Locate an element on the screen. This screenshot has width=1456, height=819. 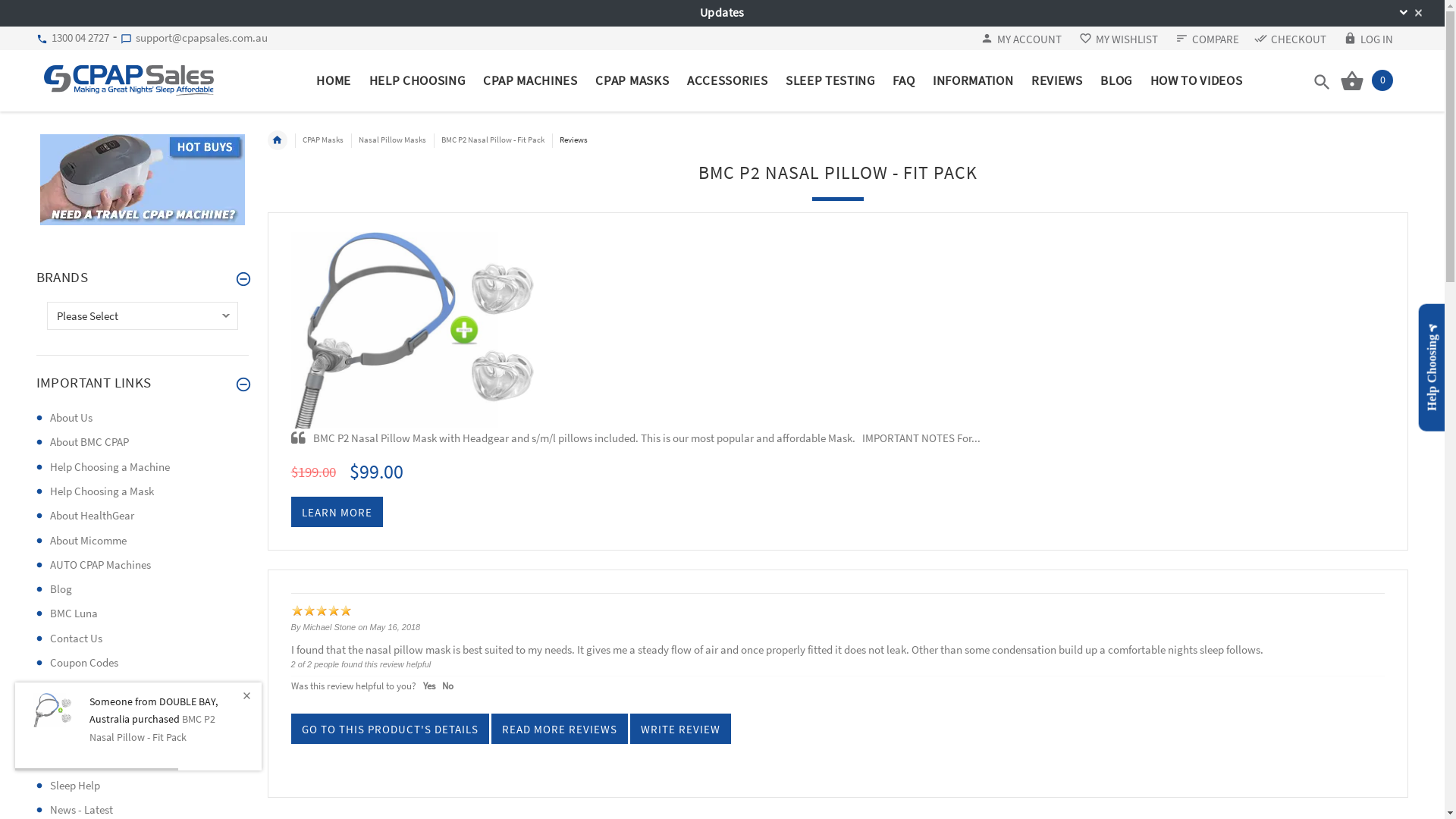
'FAQ' is located at coordinates (903, 80).